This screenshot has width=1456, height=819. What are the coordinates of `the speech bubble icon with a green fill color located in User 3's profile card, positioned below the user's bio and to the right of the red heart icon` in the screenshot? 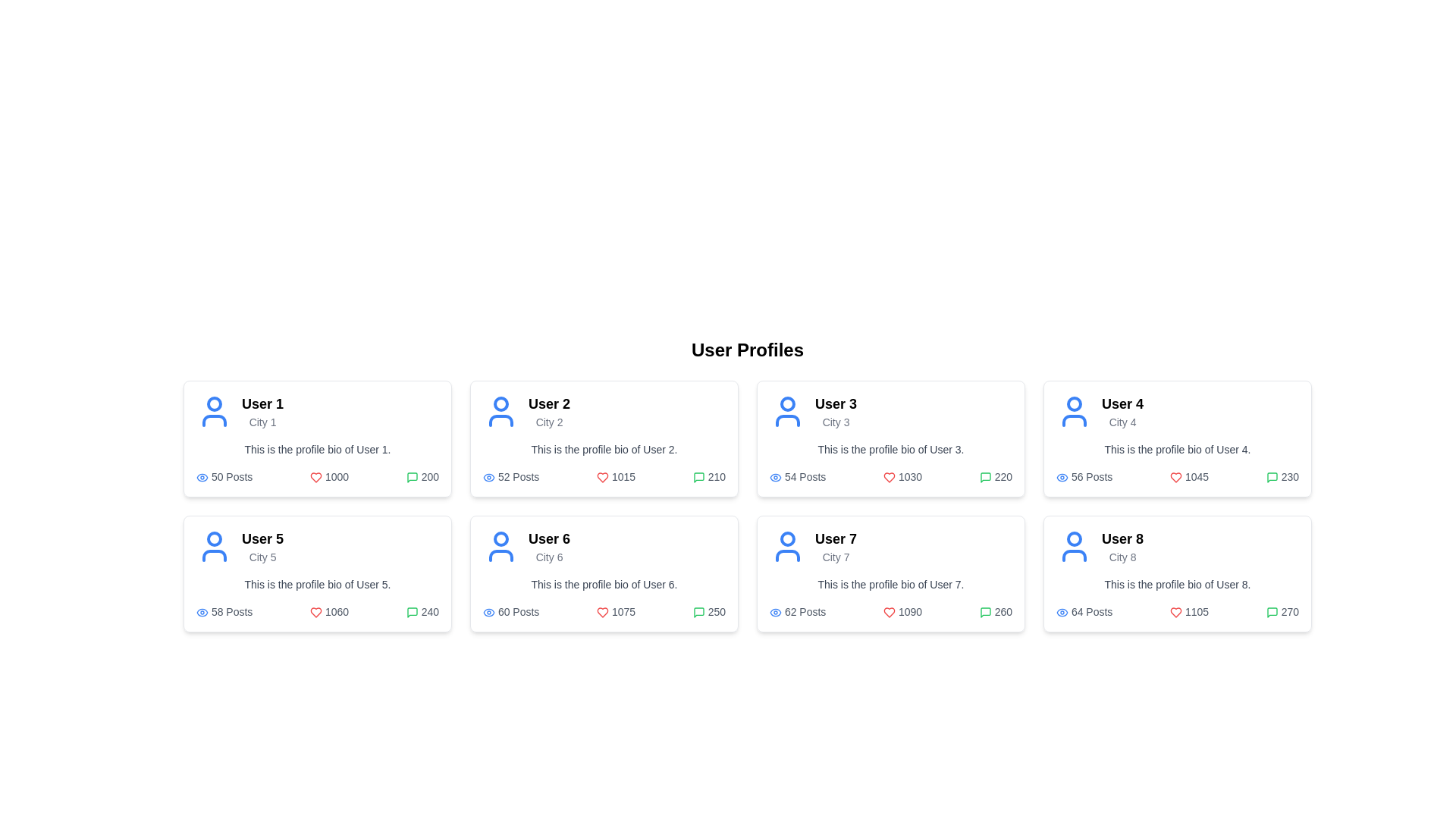 It's located at (985, 478).